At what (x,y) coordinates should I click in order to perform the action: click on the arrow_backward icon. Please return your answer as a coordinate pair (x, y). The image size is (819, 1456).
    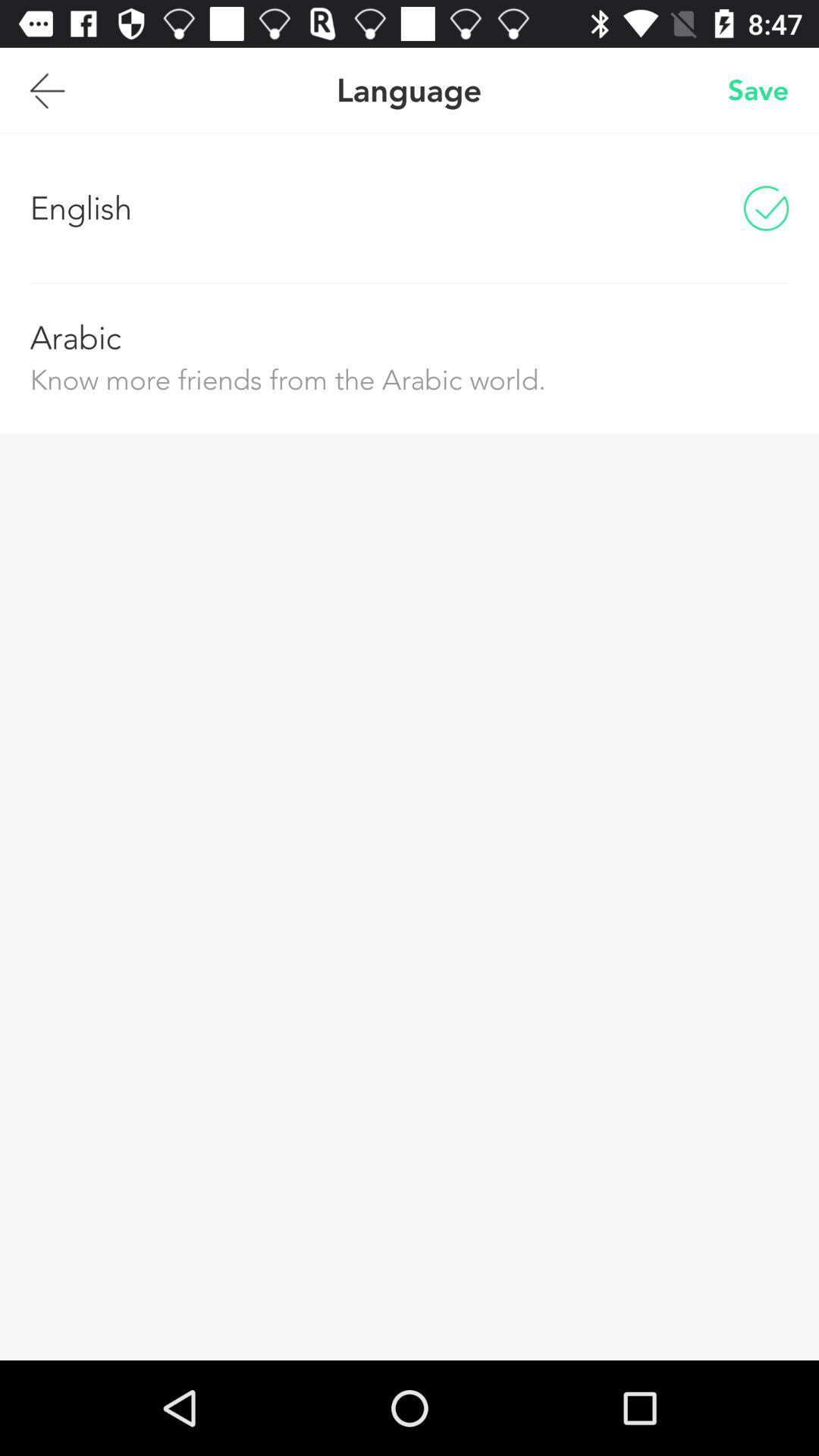
    Looking at the image, I should click on (46, 96).